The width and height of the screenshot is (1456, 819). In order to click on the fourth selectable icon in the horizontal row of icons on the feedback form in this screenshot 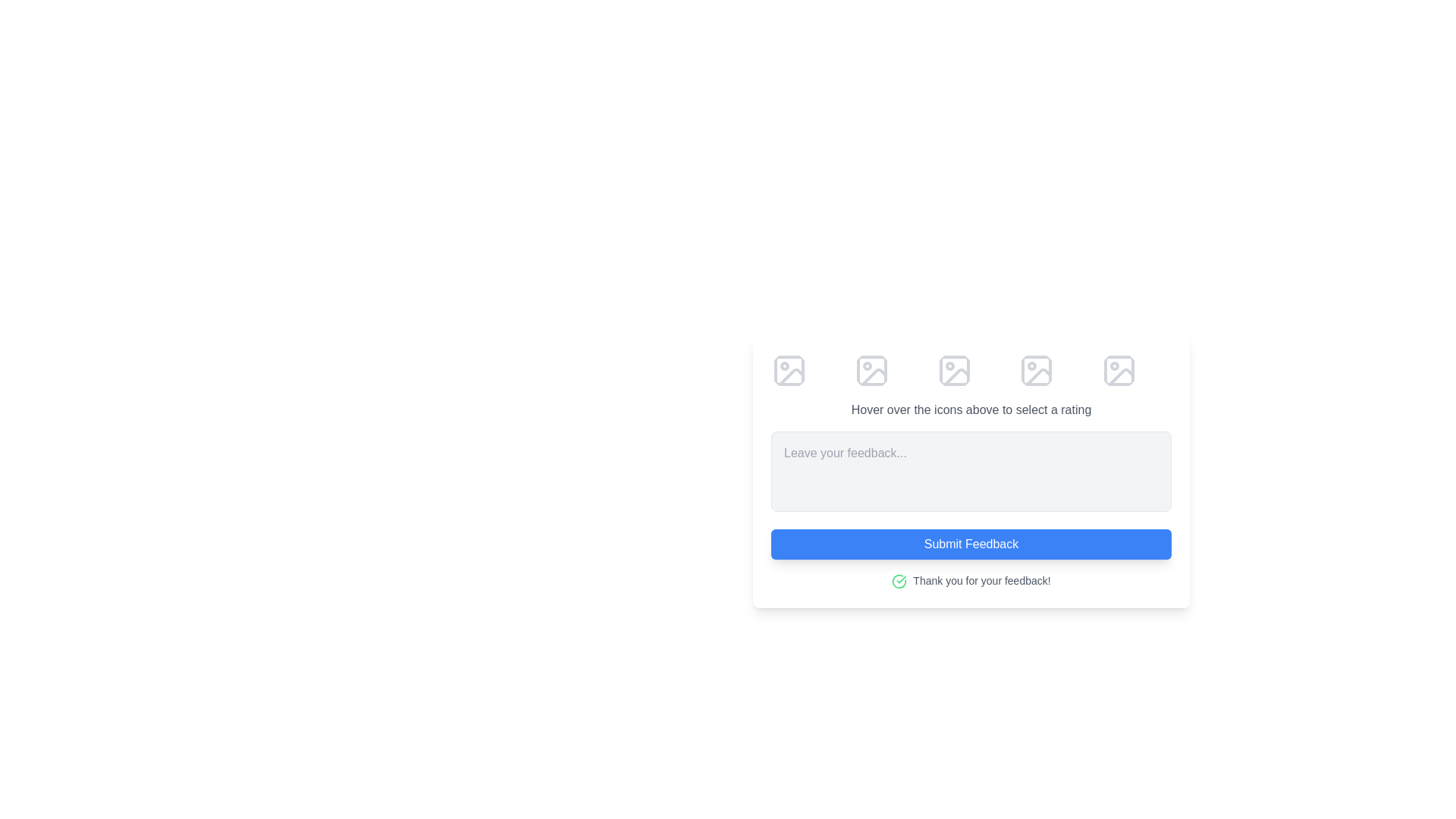, I will do `click(1036, 371)`.